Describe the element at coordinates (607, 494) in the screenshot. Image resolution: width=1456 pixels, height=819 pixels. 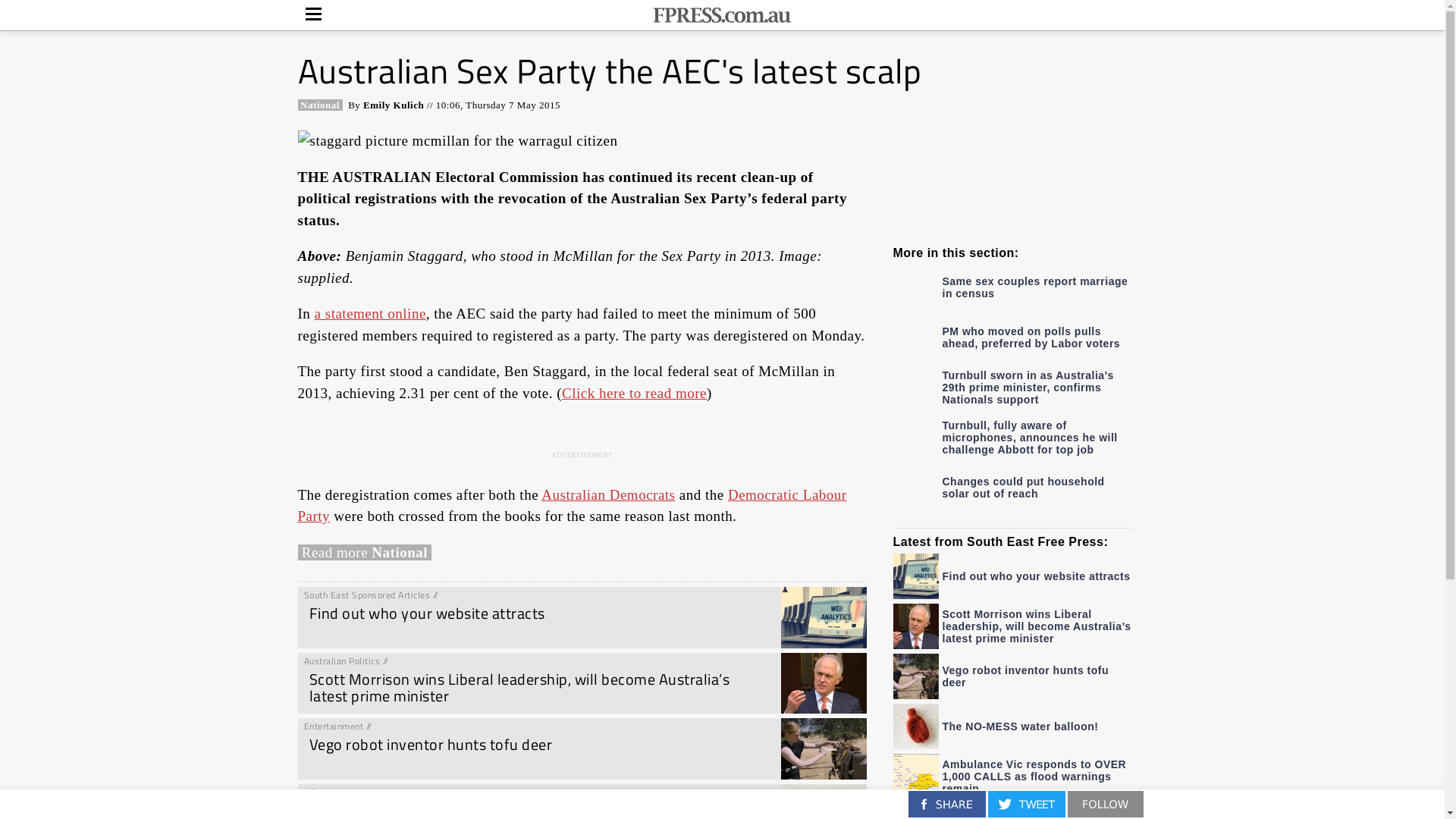
I see `'Australian Democrats'` at that location.